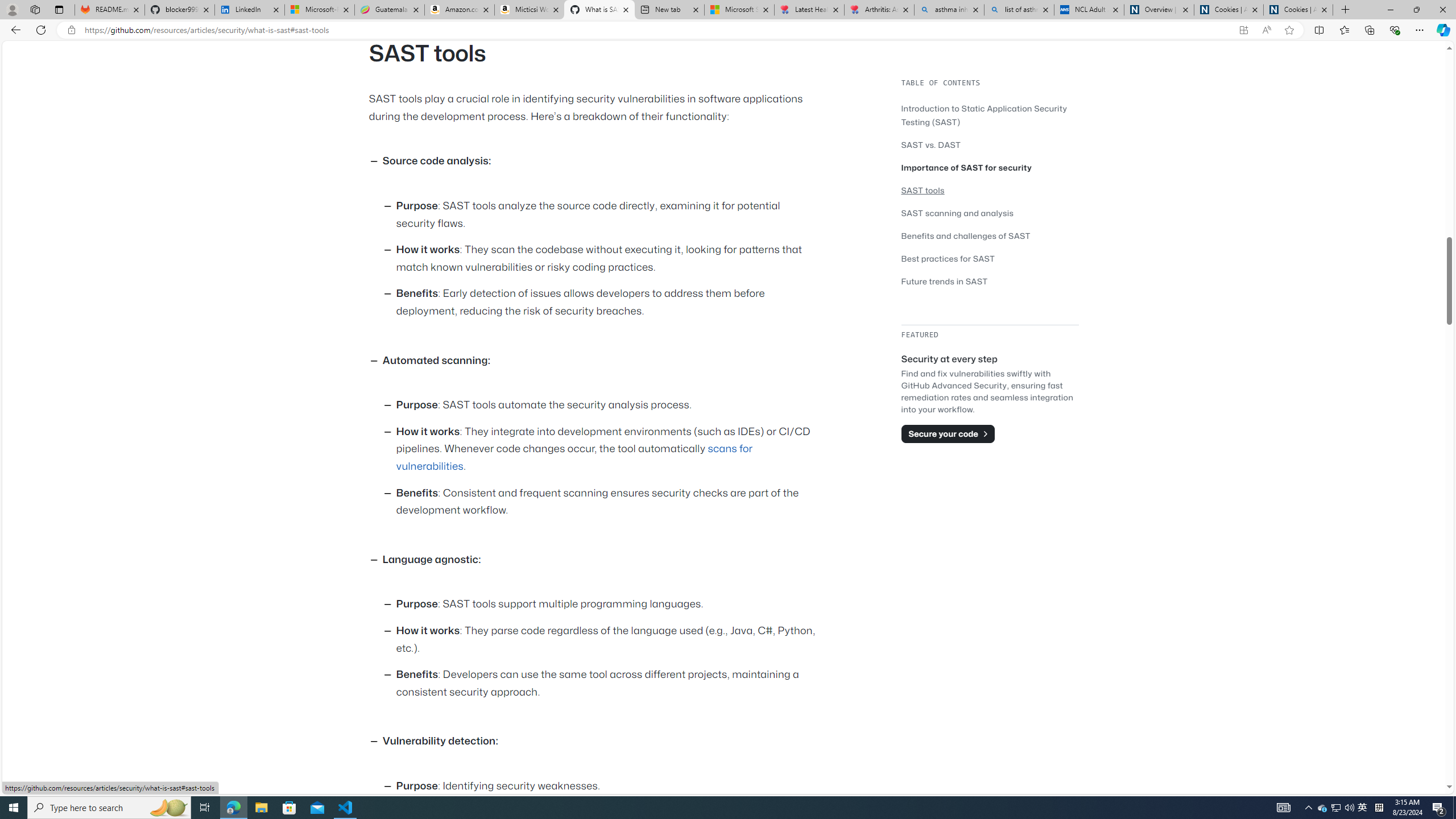 This screenshot has width=1456, height=819. I want to click on 'Benefits and challenges of SAST', so click(965, 235).